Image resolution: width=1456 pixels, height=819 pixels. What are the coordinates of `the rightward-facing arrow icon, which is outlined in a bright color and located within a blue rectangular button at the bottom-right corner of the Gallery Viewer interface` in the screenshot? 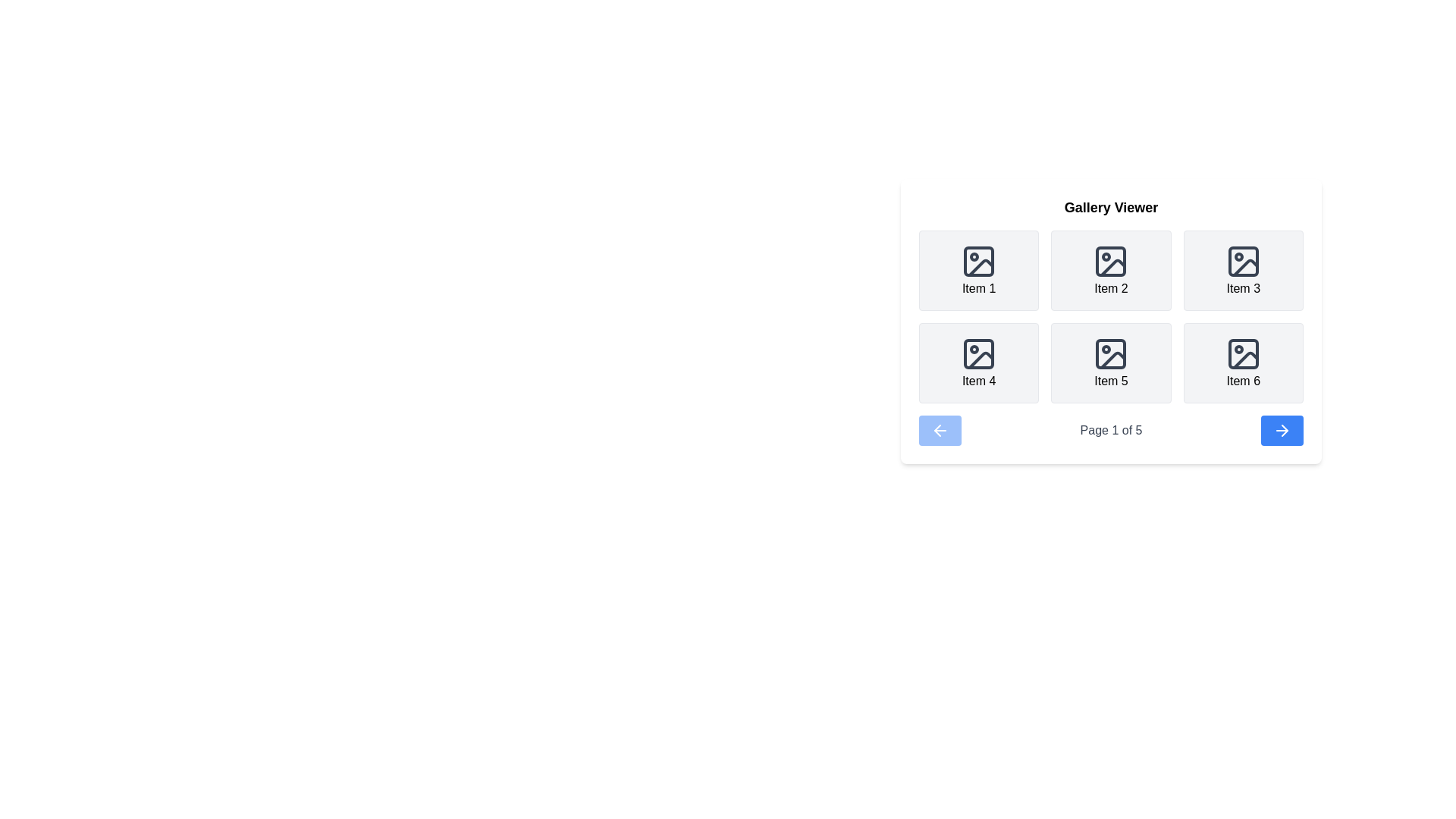 It's located at (1281, 430).